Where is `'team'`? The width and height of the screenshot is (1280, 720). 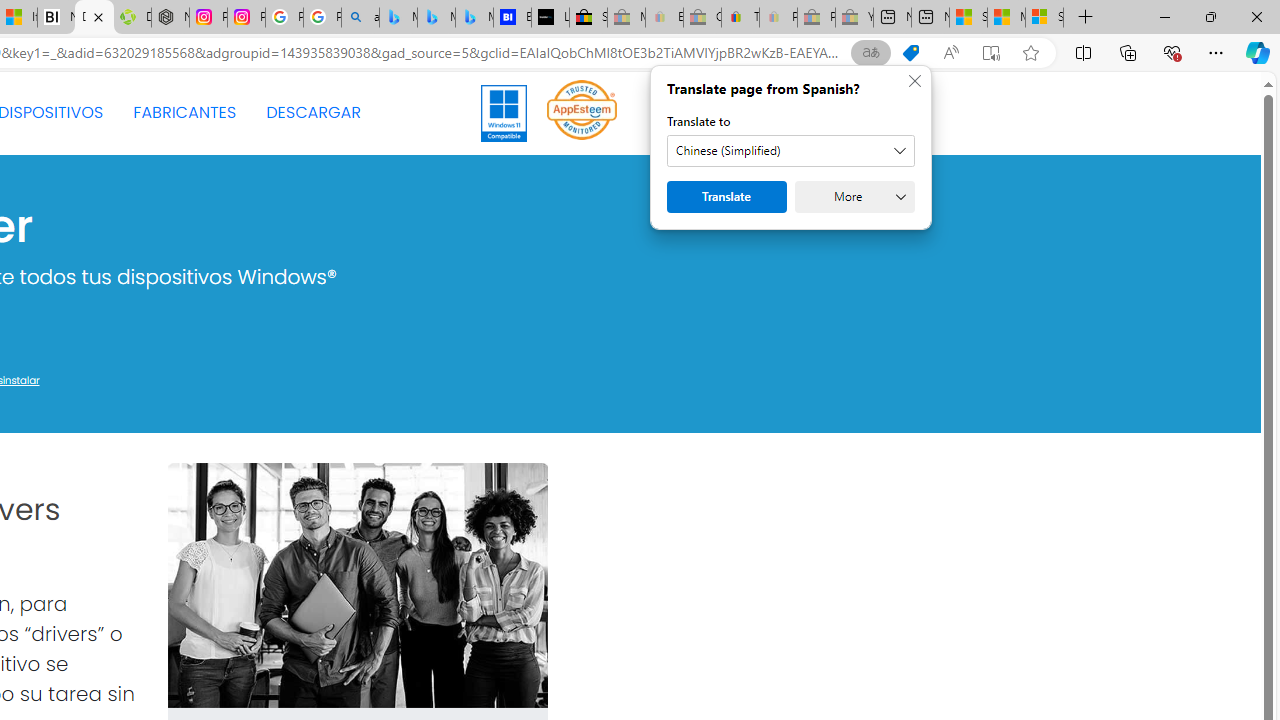 'team' is located at coordinates (357, 585).